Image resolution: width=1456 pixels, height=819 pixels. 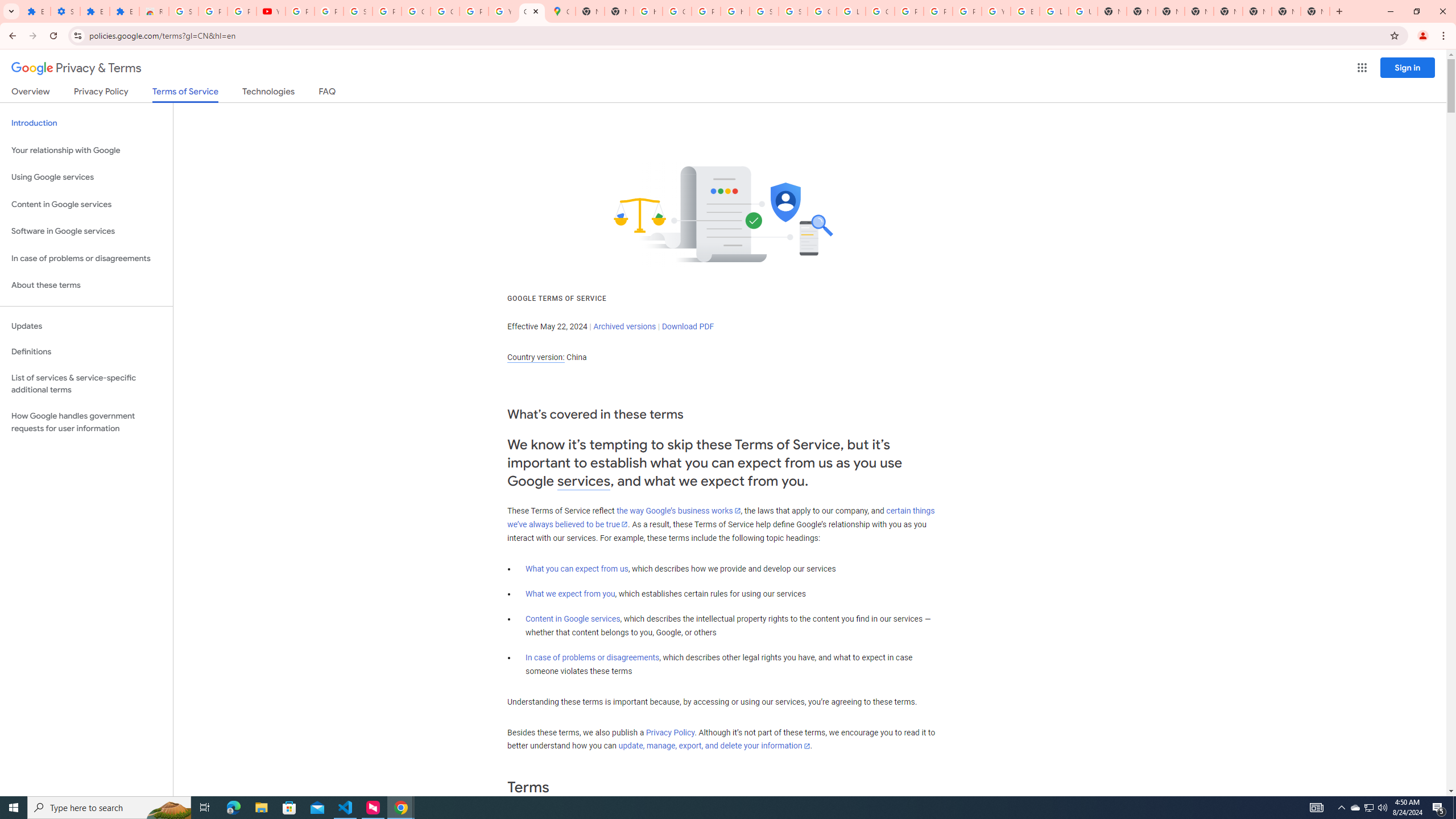 I want to click on 'About these terms', so click(x=86, y=285).